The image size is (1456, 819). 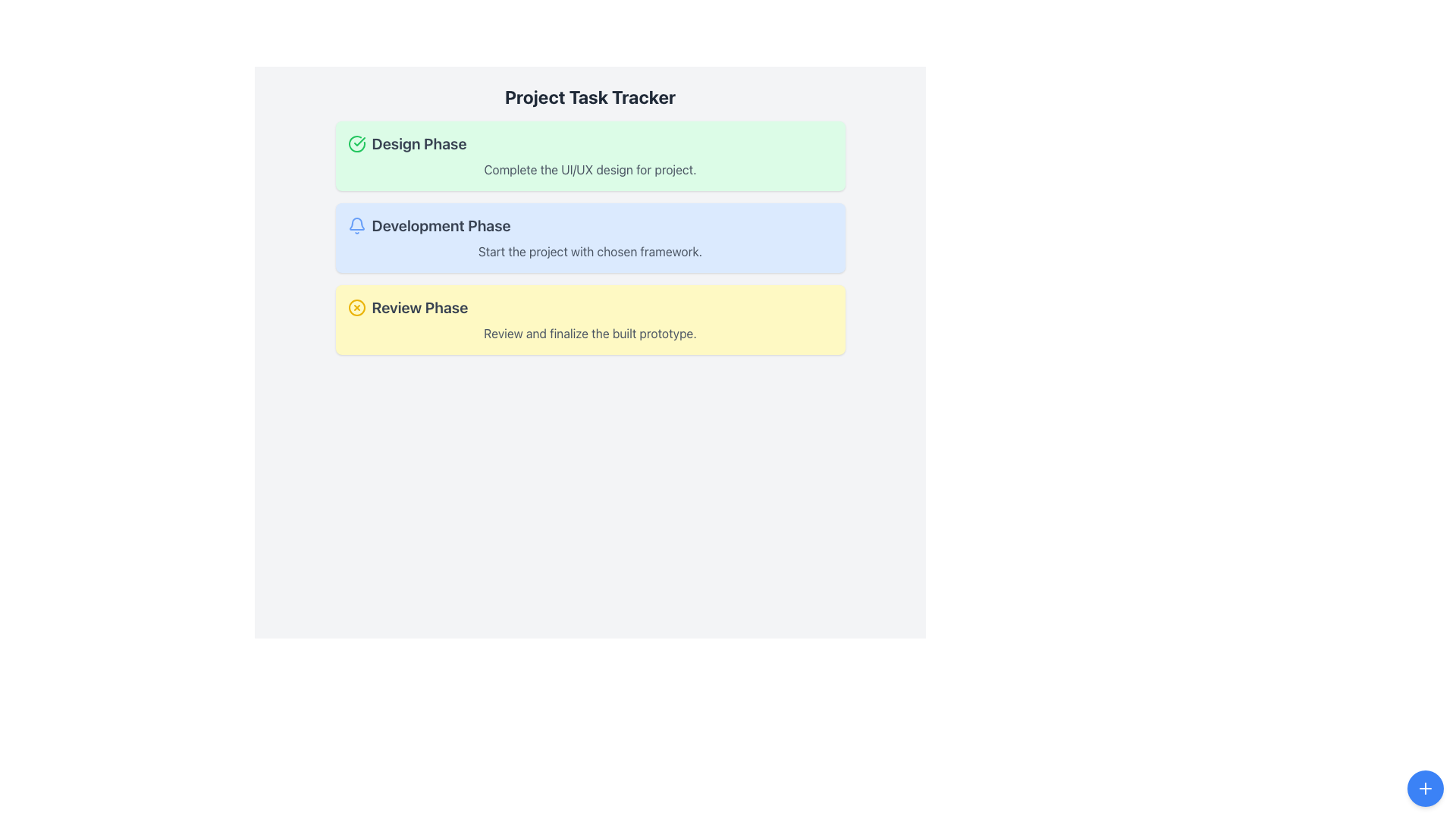 I want to click on the text element that provides additional details or instructions about the 'Development Phase' in the project task tracker, located below 'Design Phase' and above 'Review Phase', so click(x=589, y=250).